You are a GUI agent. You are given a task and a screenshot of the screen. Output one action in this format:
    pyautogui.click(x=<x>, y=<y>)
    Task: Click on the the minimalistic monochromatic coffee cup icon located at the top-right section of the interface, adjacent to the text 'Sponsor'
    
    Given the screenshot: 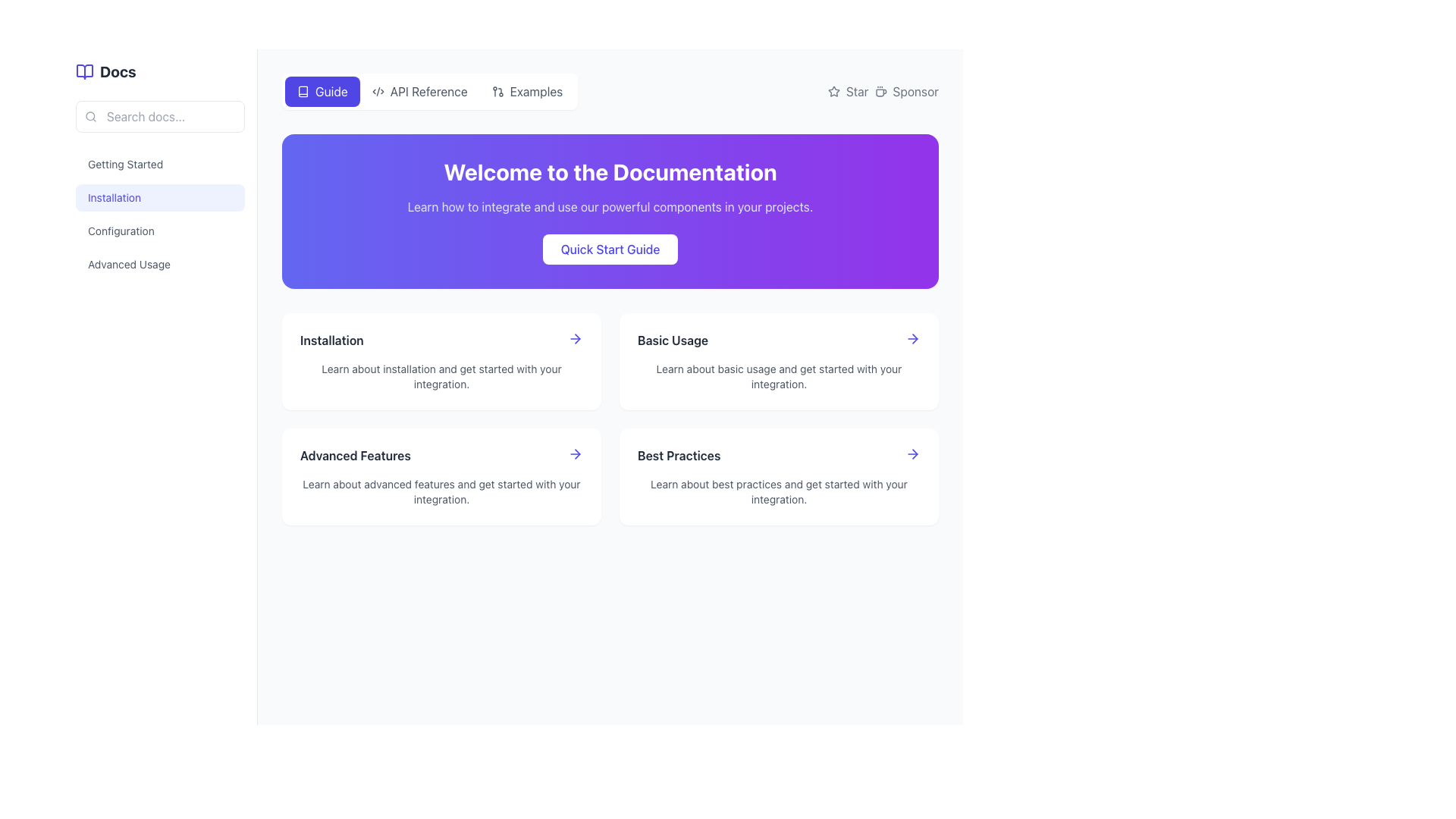 What is the action you would take?
    pyautogui.click(x=880, y=91)
    